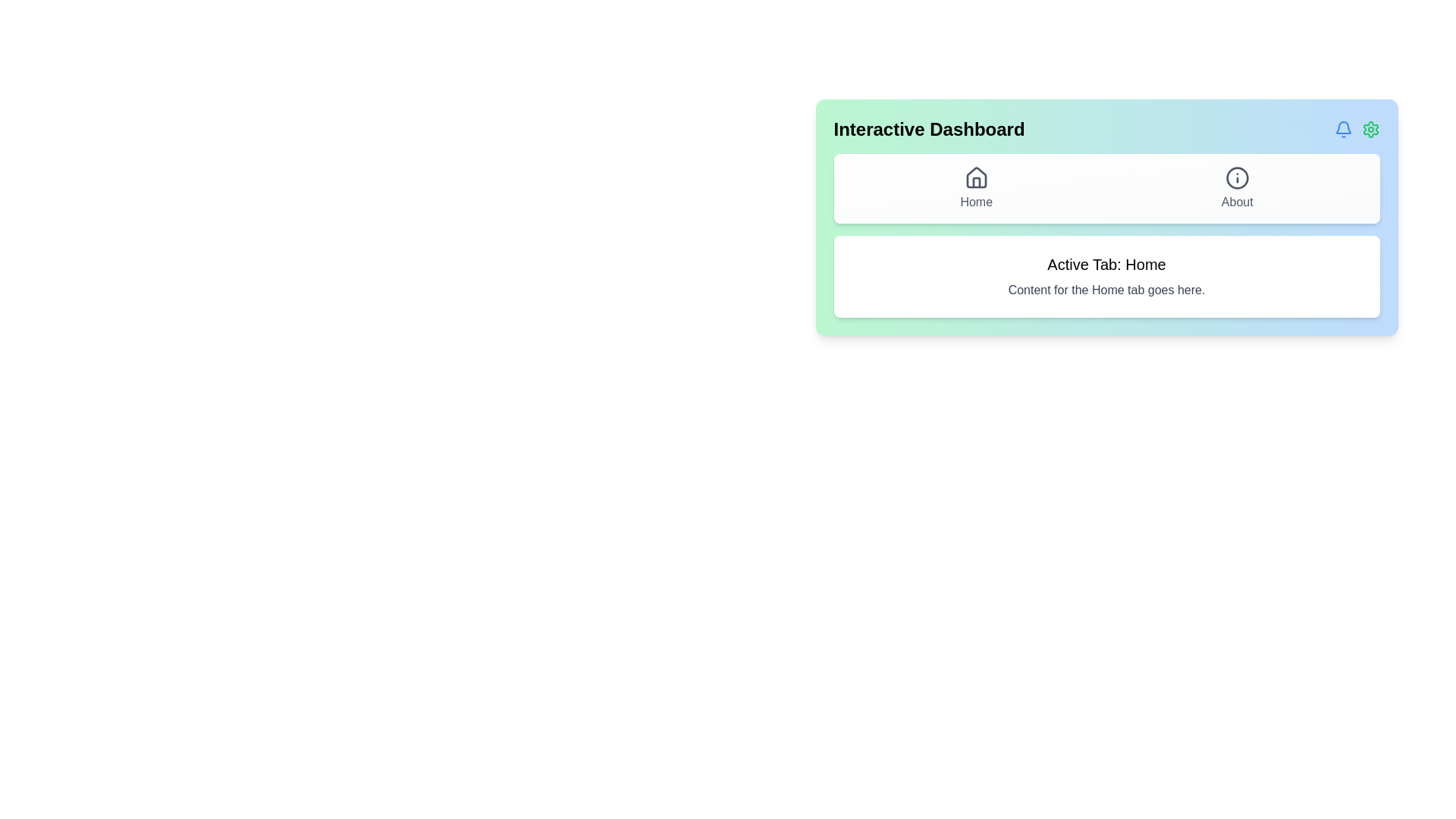 This screenshot has width=1456, height=819. I want to click on the home icon located in the top navigation bar, so click(976, 177).